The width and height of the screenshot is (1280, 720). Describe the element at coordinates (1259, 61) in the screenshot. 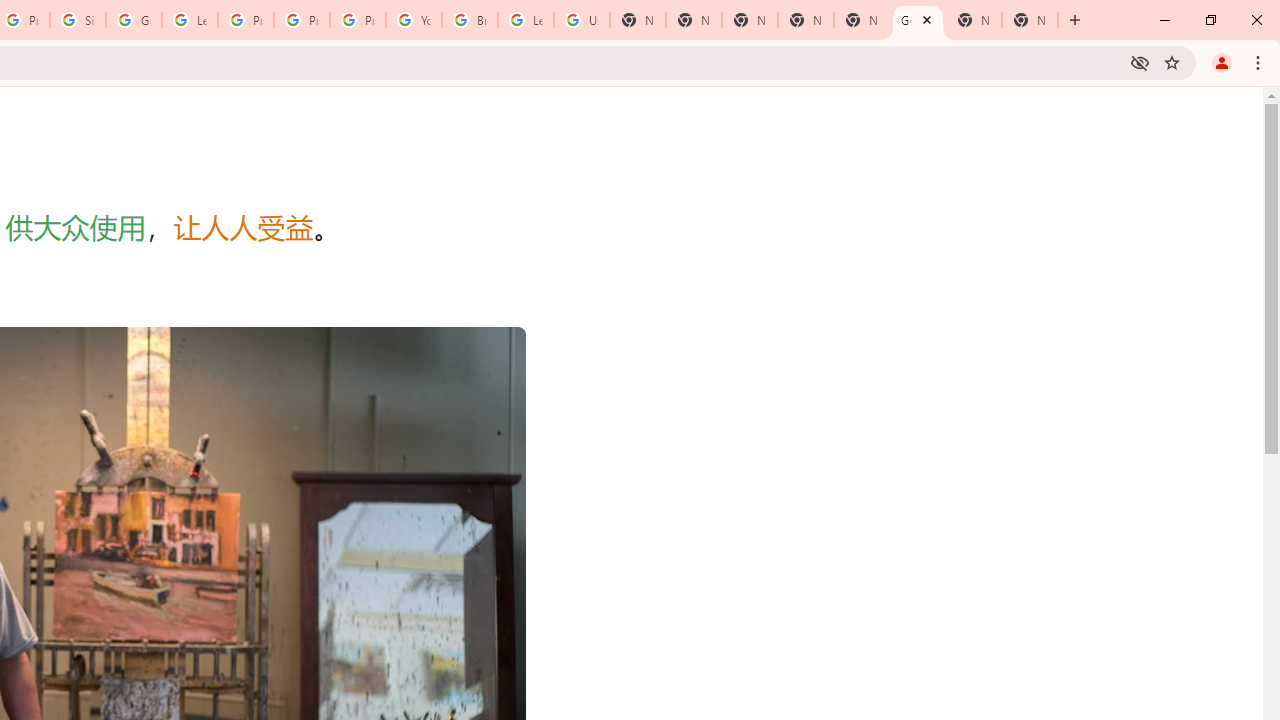

I see `'Chrome'` at that location.